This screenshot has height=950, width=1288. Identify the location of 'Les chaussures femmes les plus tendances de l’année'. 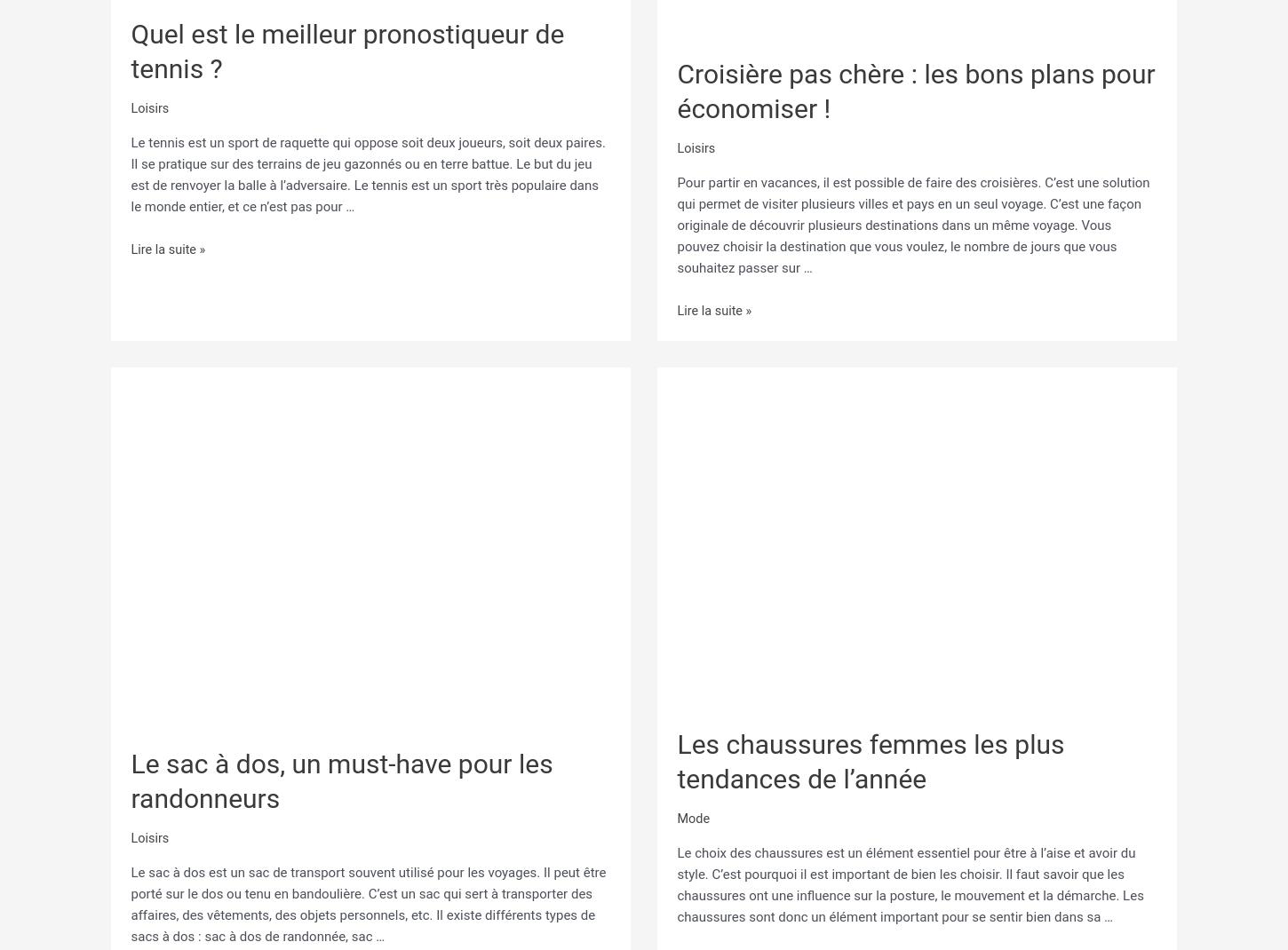
(871, 759).